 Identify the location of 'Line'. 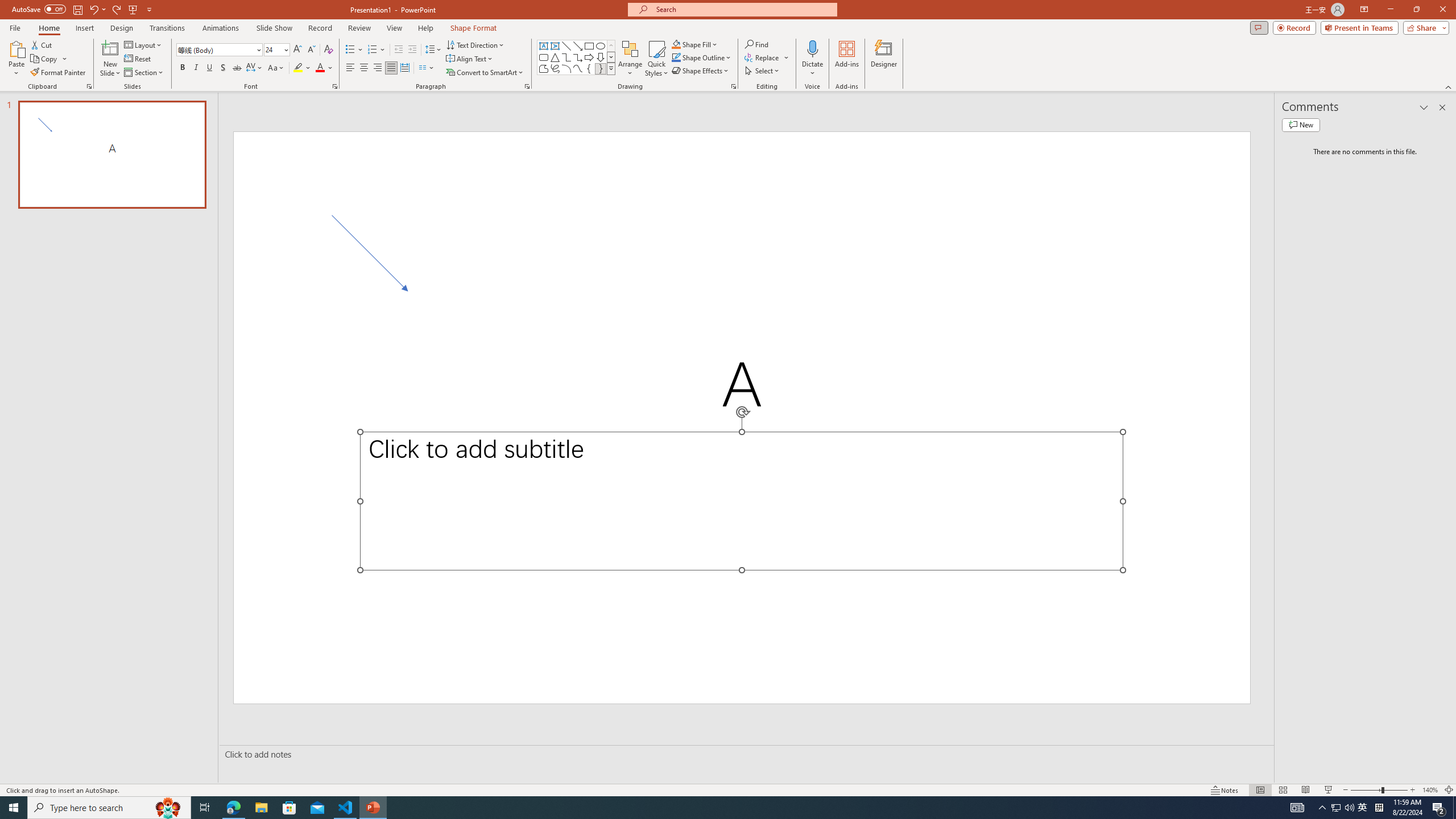
(565, 45).